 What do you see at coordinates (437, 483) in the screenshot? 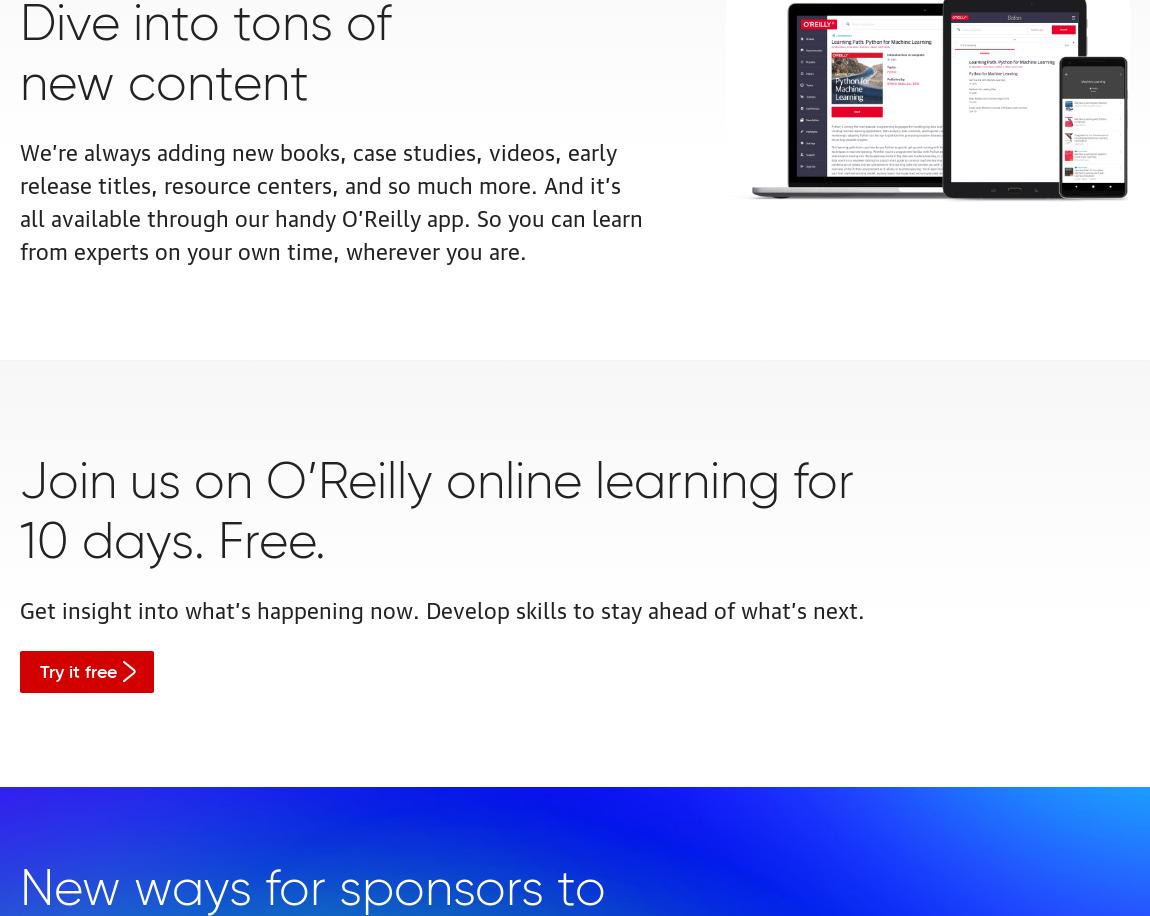
I see `'Join us on O’Reilly online learning for'` at bounding box center [437, 483].